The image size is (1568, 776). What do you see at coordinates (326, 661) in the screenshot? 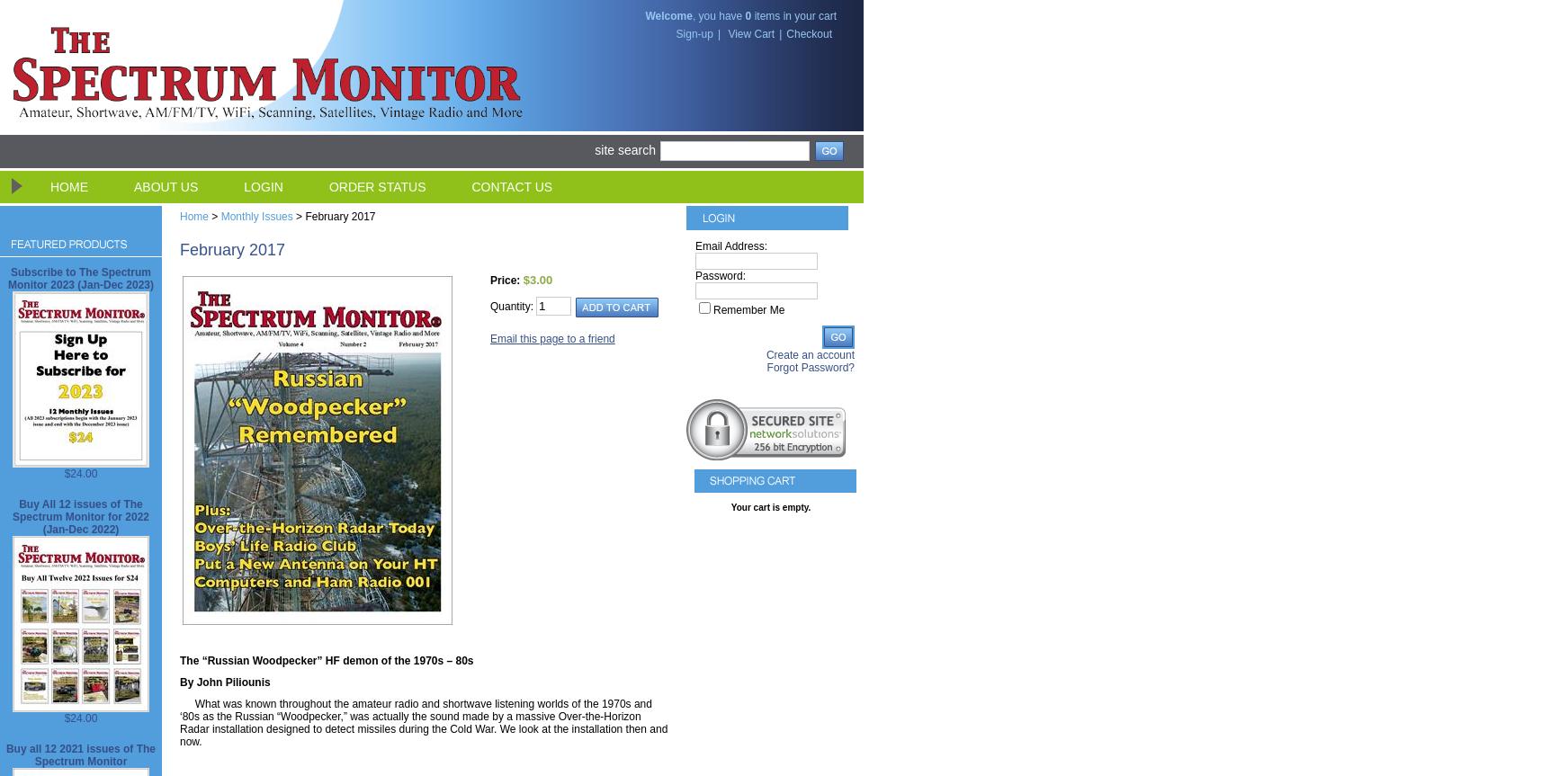
I see `'The “Russian Woodpecker” HF demon
of the 1970s – 80s'` at bounding box center [326, 661].